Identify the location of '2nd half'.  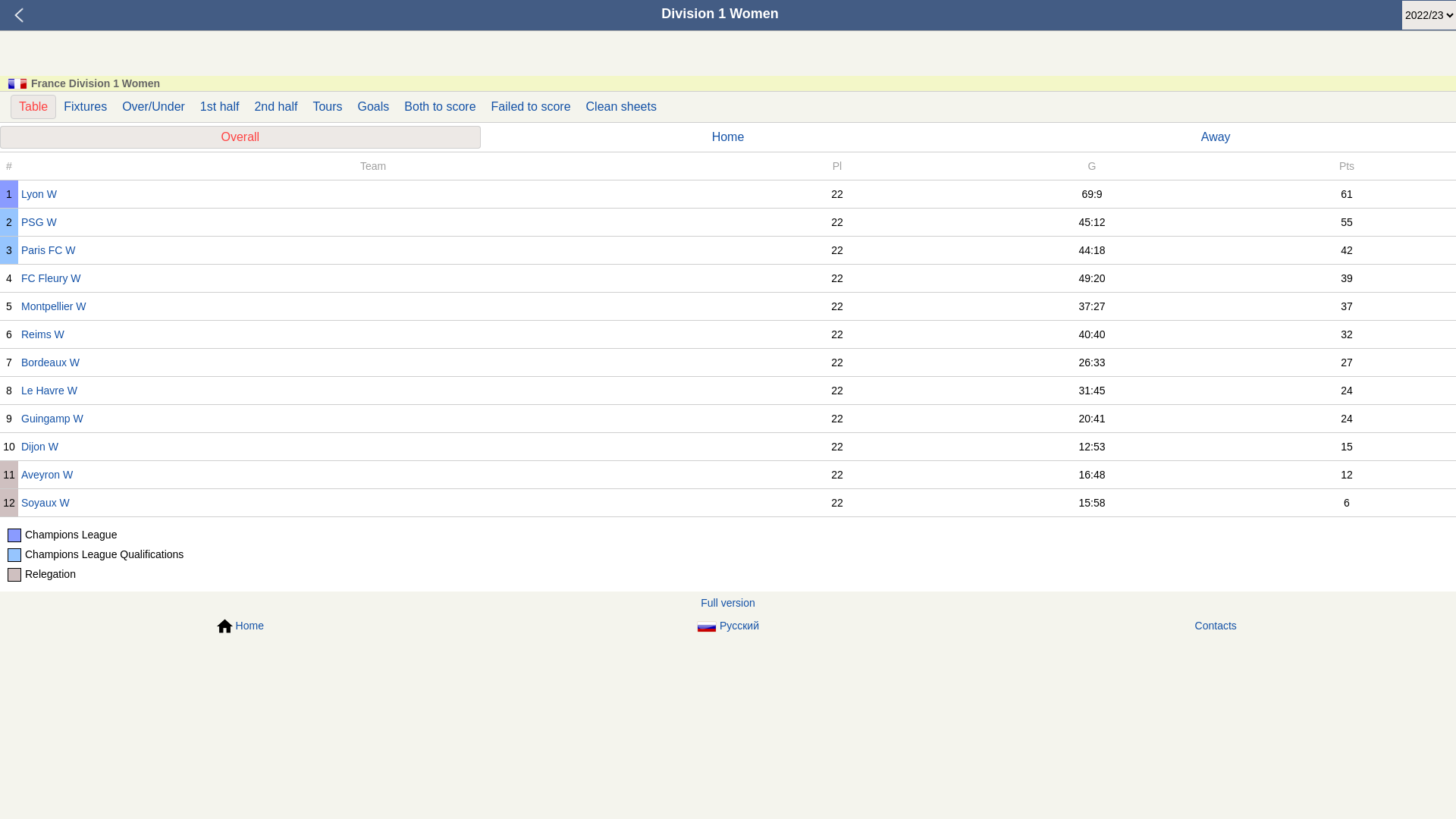
(275, 106).